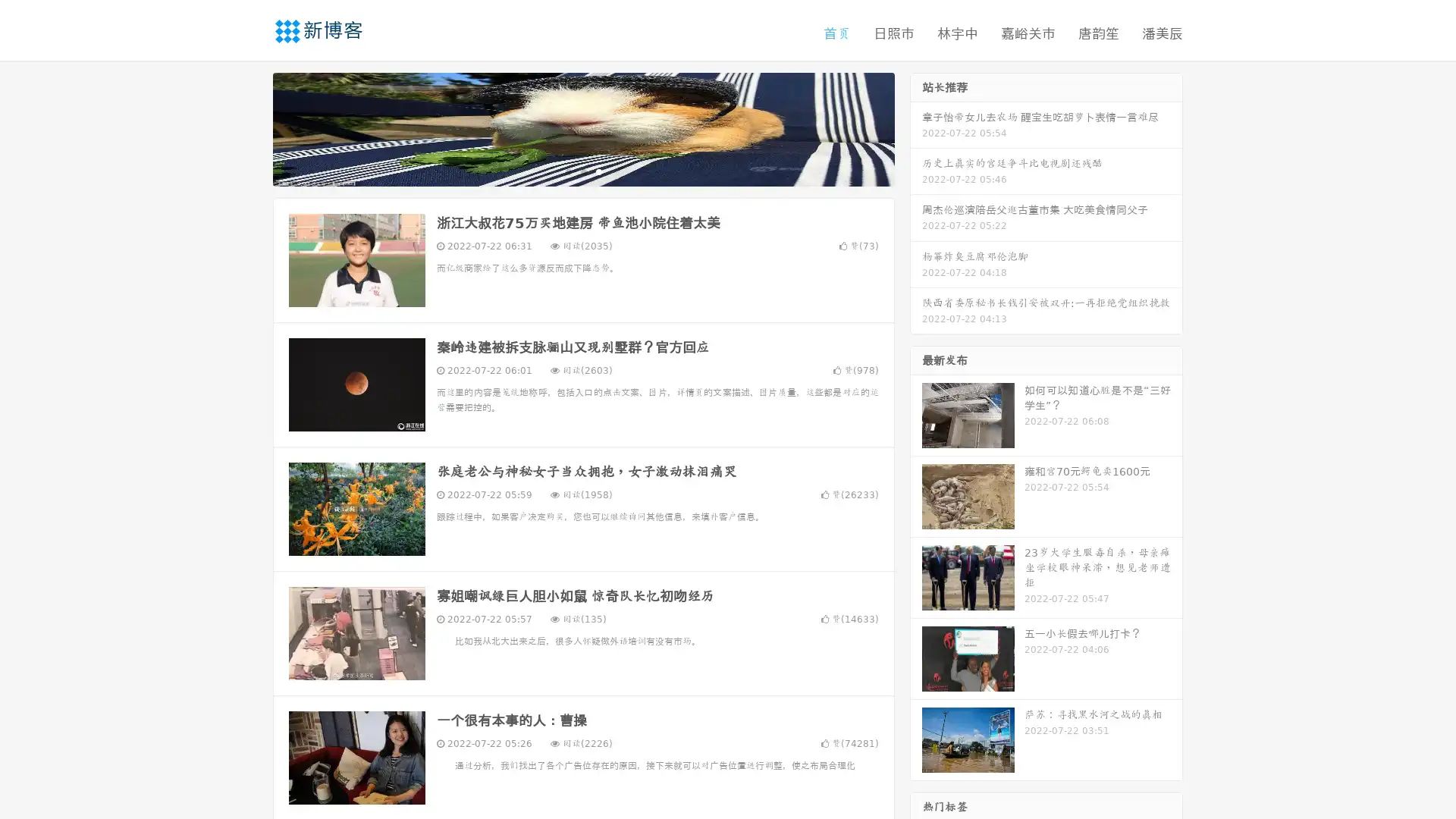 The height and width of the screenshot is (819, 1456). I want to click on Go to slide 2, so click(582, 171).